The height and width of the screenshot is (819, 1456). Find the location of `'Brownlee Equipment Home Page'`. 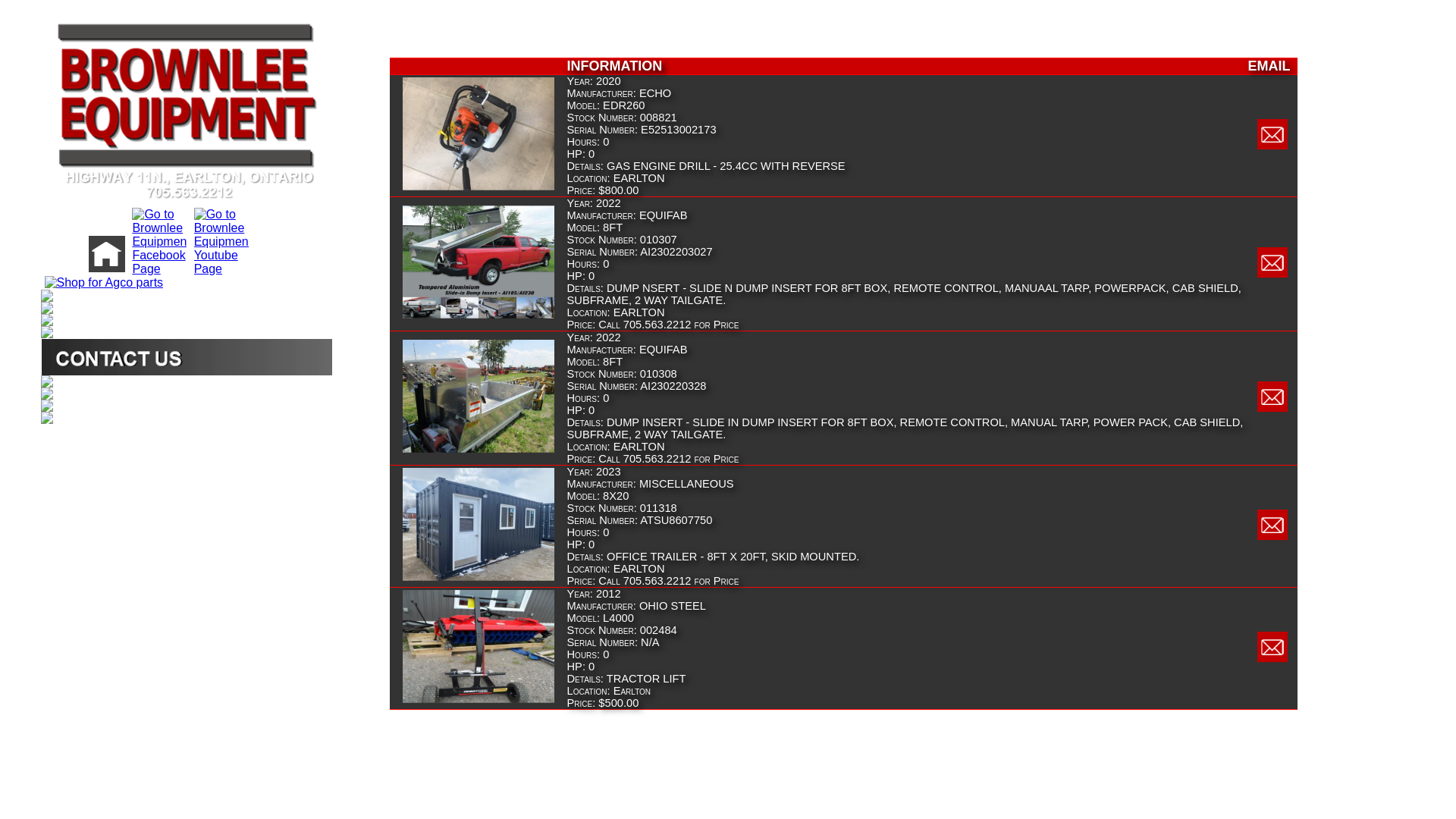

'Brownlee Equipment Home Page' is located at coordinates (104, 268).